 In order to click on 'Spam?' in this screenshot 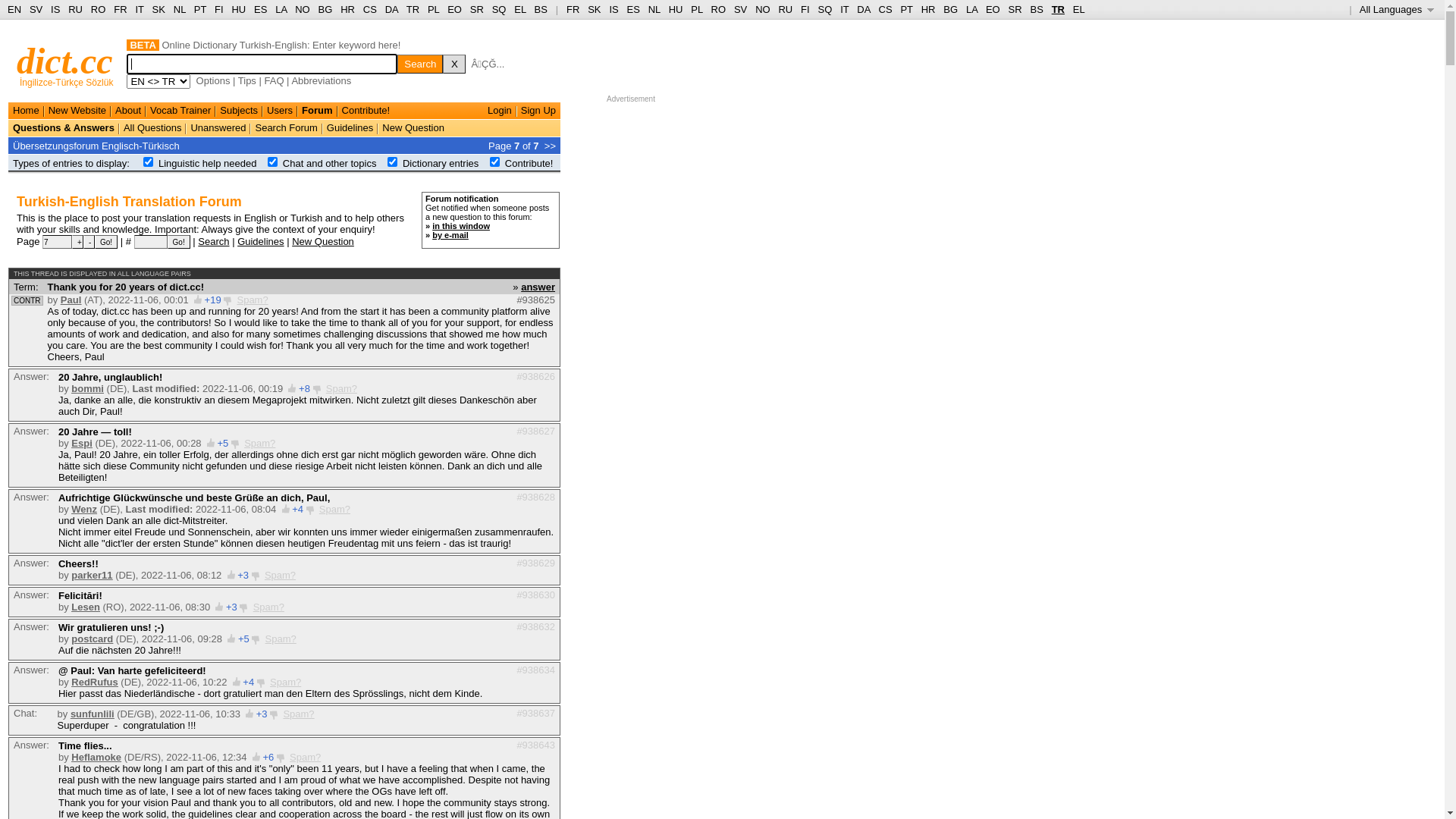, I will do `click(281, 639)`.